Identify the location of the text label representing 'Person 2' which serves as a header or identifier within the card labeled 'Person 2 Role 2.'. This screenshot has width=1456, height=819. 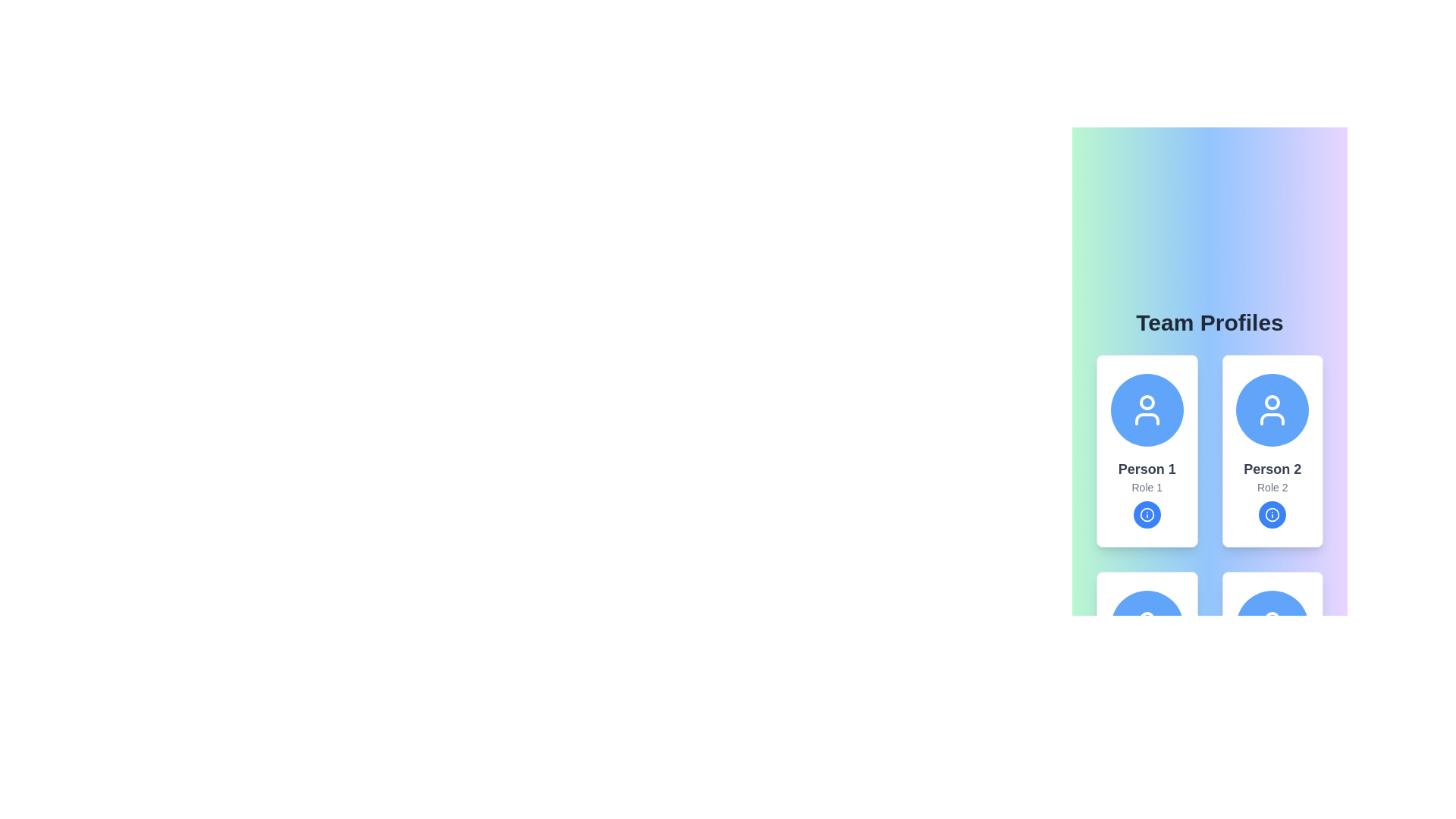
(1272, 468).